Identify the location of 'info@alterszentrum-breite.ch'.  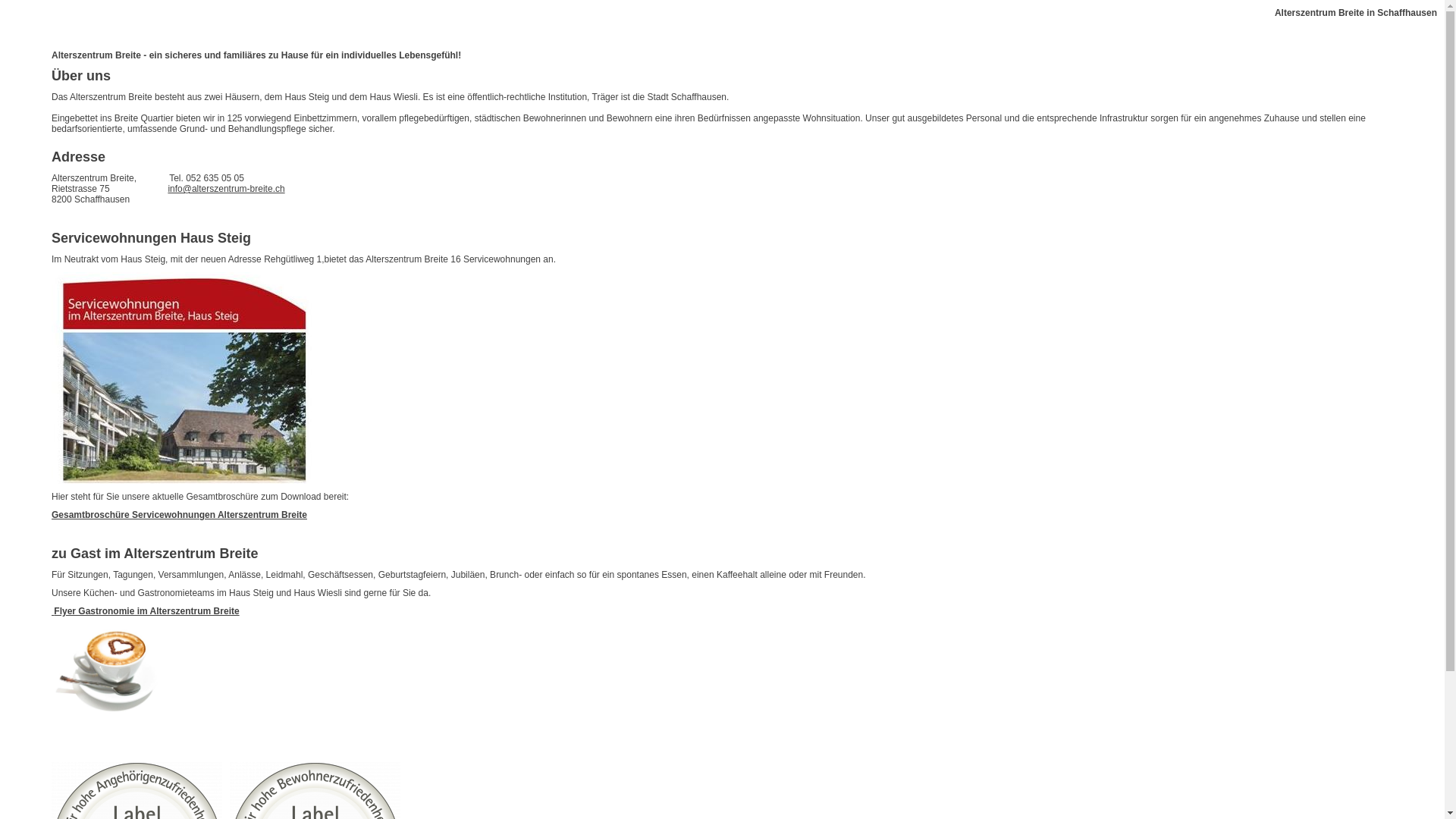
(224, 188).